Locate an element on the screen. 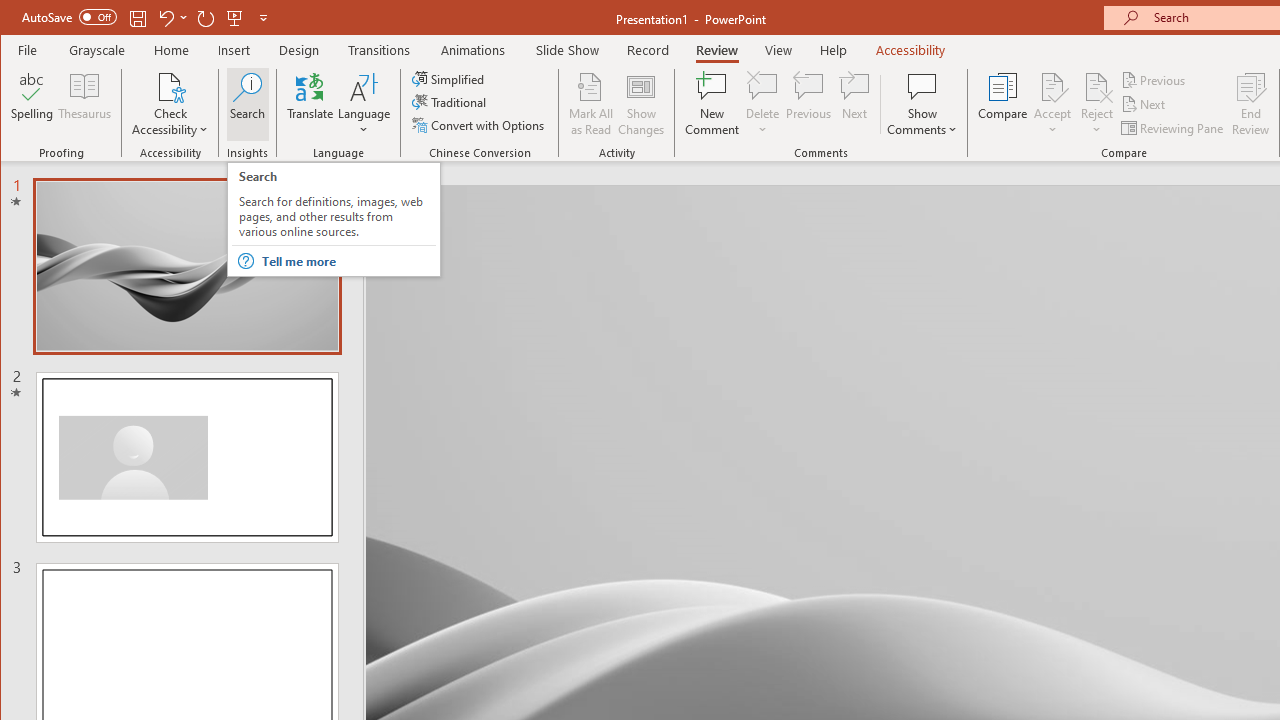  'Traditional' is located at coordinates (450, 102).